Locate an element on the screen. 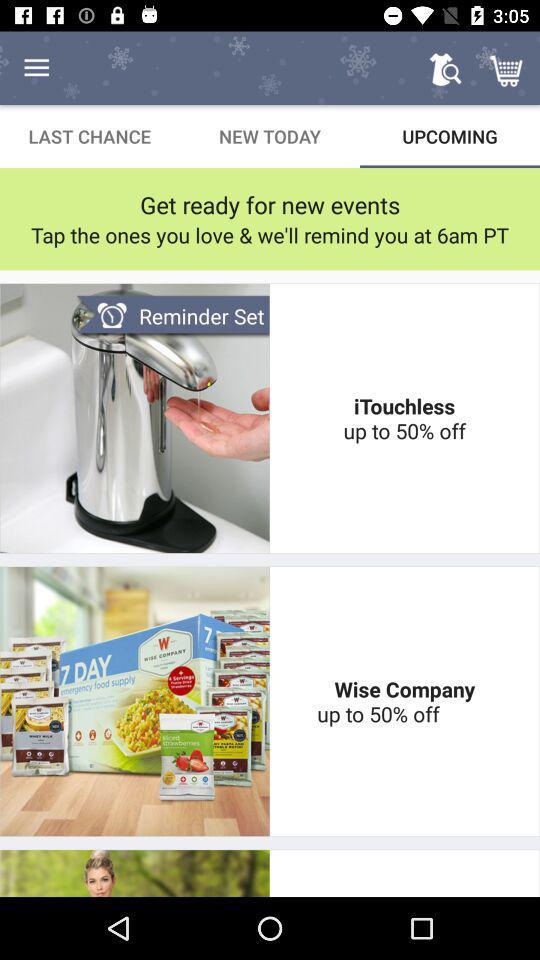  the get ready for is located at coordinates (270, 204).